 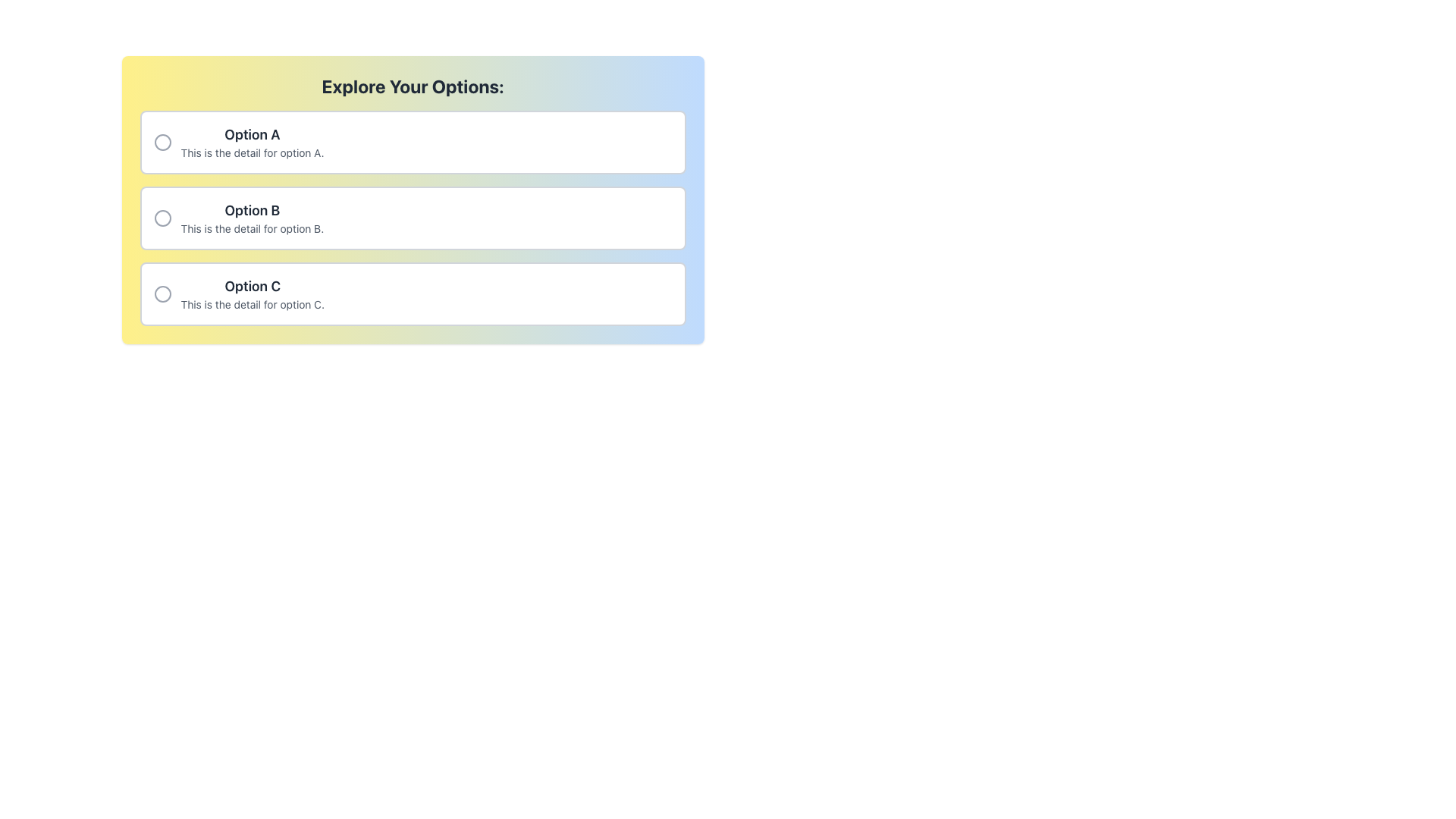 What do you see at coordinates (253, 304) in the screenshot?
I see `the text display that contains 'This is the detail for option C.' which is located below the header 'Option C'` at bounding box center [253, 304].